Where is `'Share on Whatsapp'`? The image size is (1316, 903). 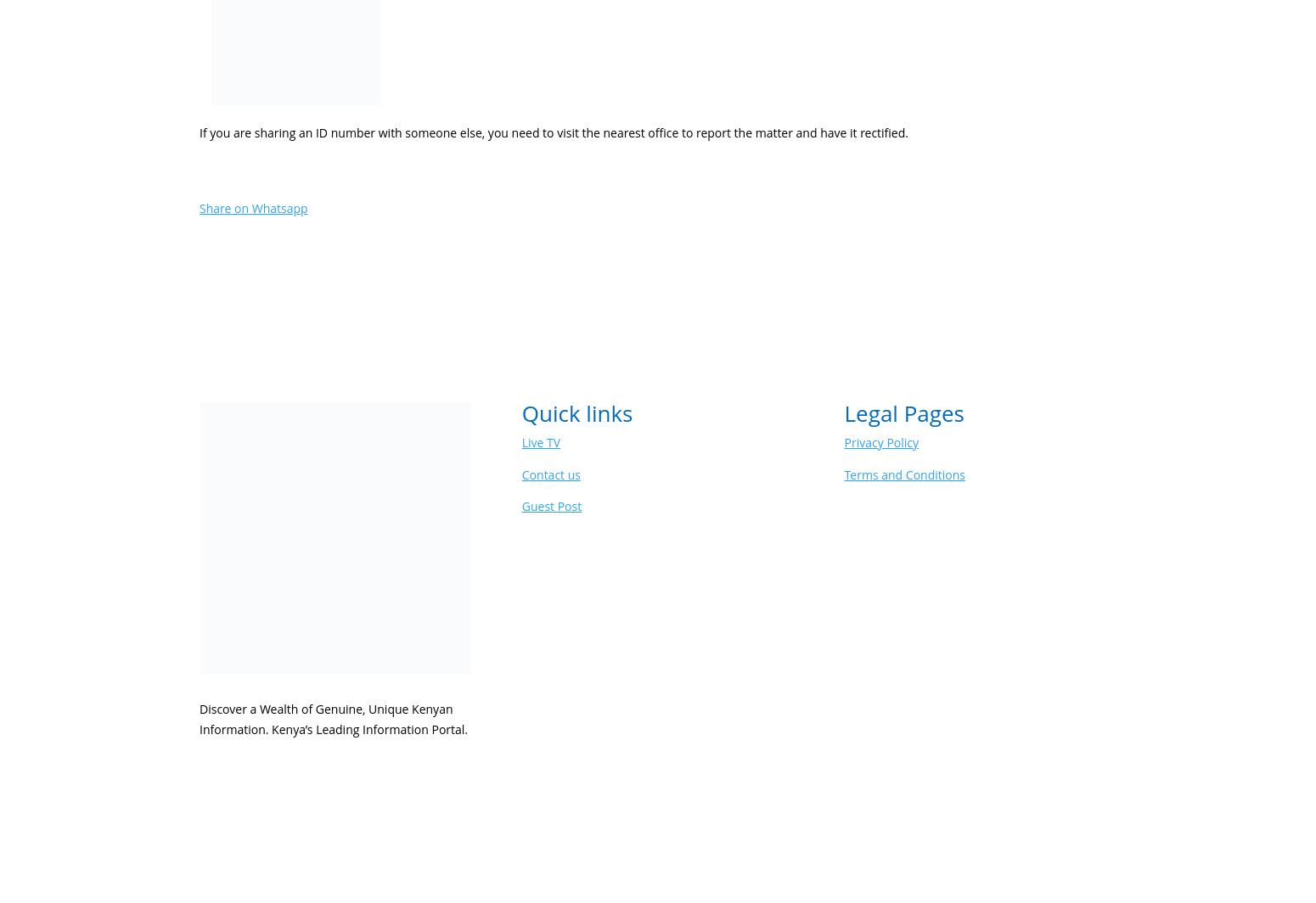 'Share on Whatsapp' is located at coordinates (253, 208).